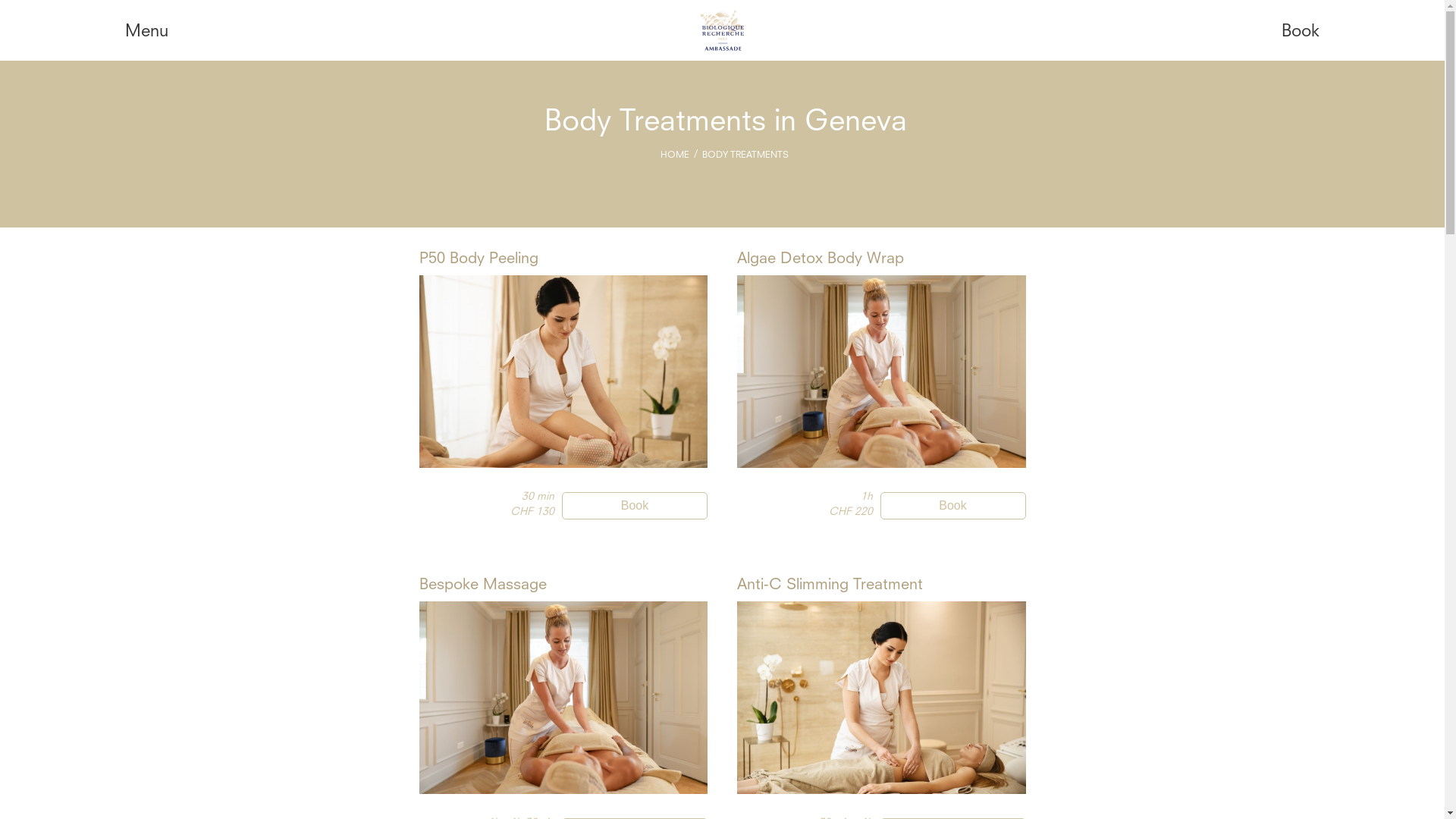 The width and height of the screenshot is (1456, 819). Describe the element at coordinates (481, 584) in the screenshot. I see `'Bespoke Massage'` at that location.